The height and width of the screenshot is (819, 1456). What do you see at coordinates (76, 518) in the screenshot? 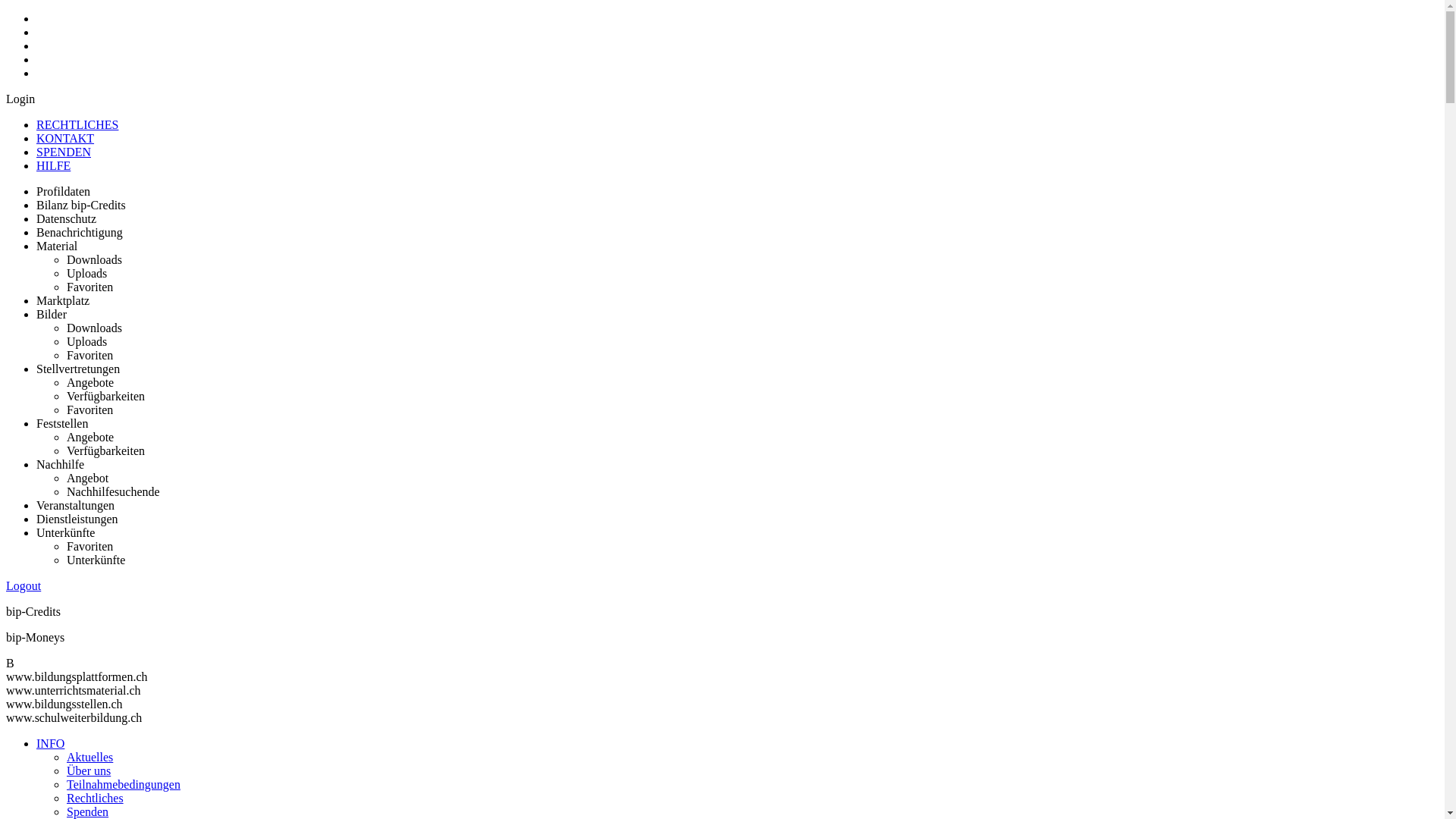
I see `'Dienstleistungen'` at bounding box center [76, 518].